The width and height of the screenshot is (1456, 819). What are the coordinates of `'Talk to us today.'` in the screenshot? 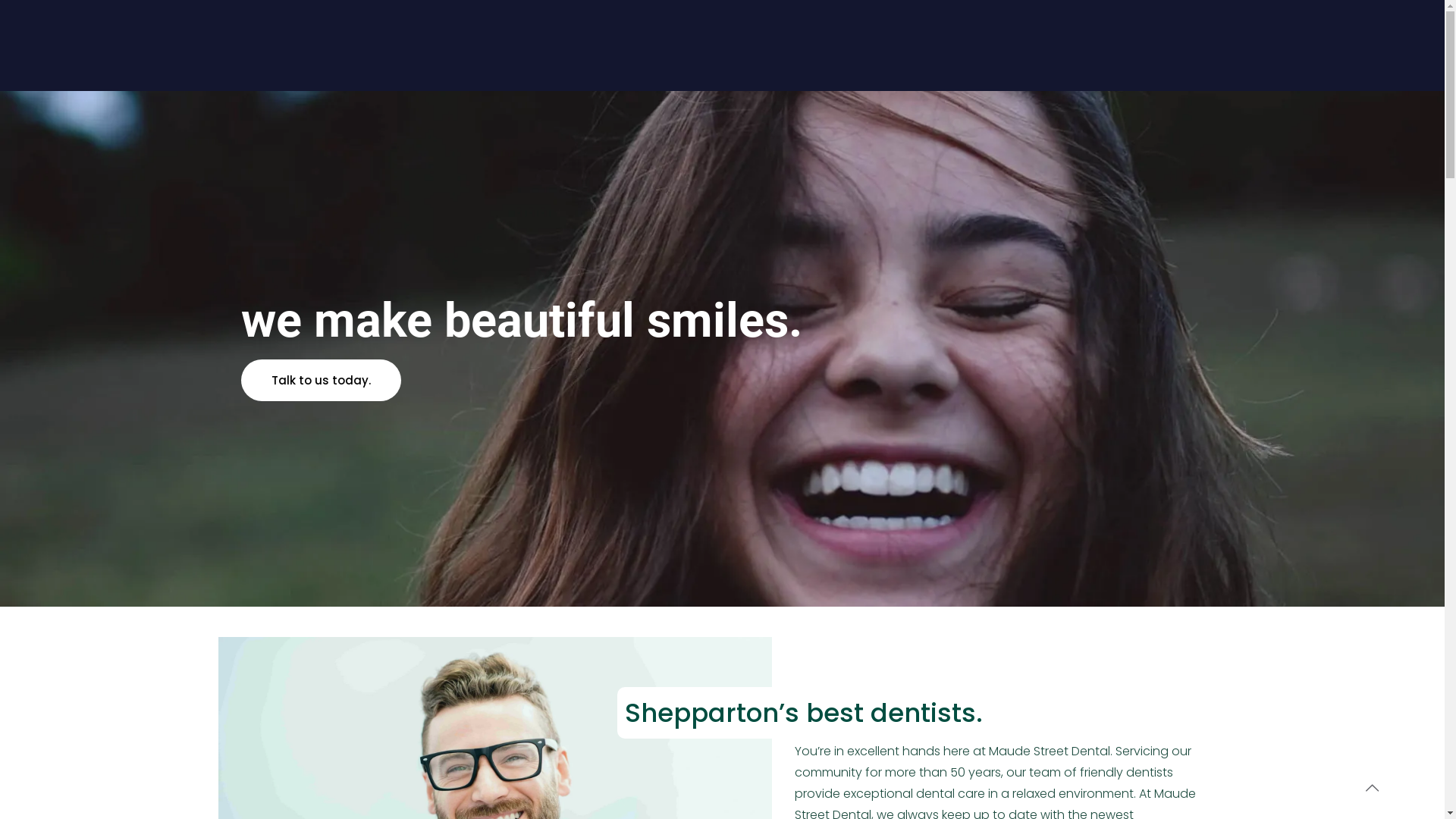 It's located at (240, 379).